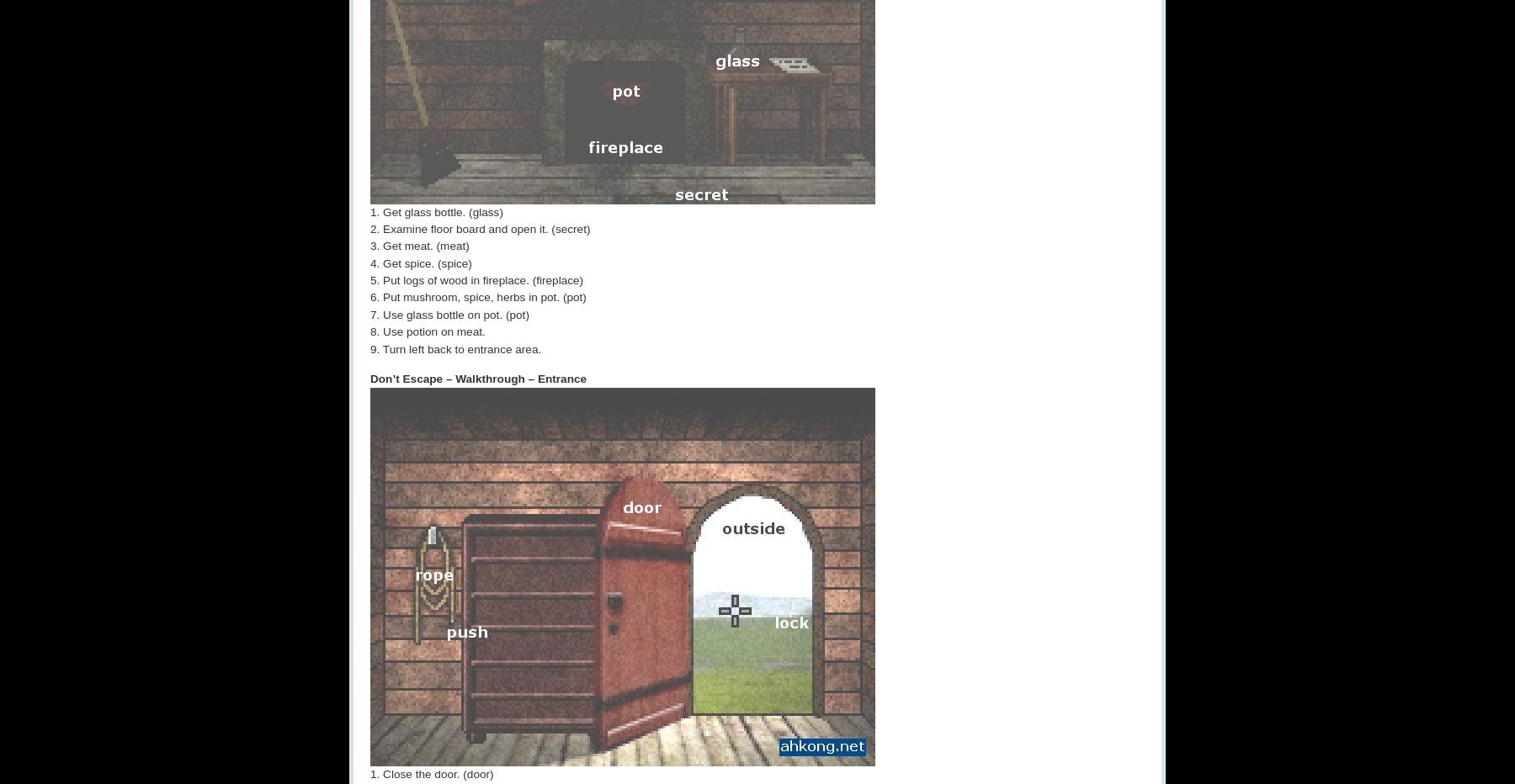 The width and height of the screenshot is (1515, 784). I want to click on 'Don’t Escape – Walkthrough – Entrance', so click(478, 379).